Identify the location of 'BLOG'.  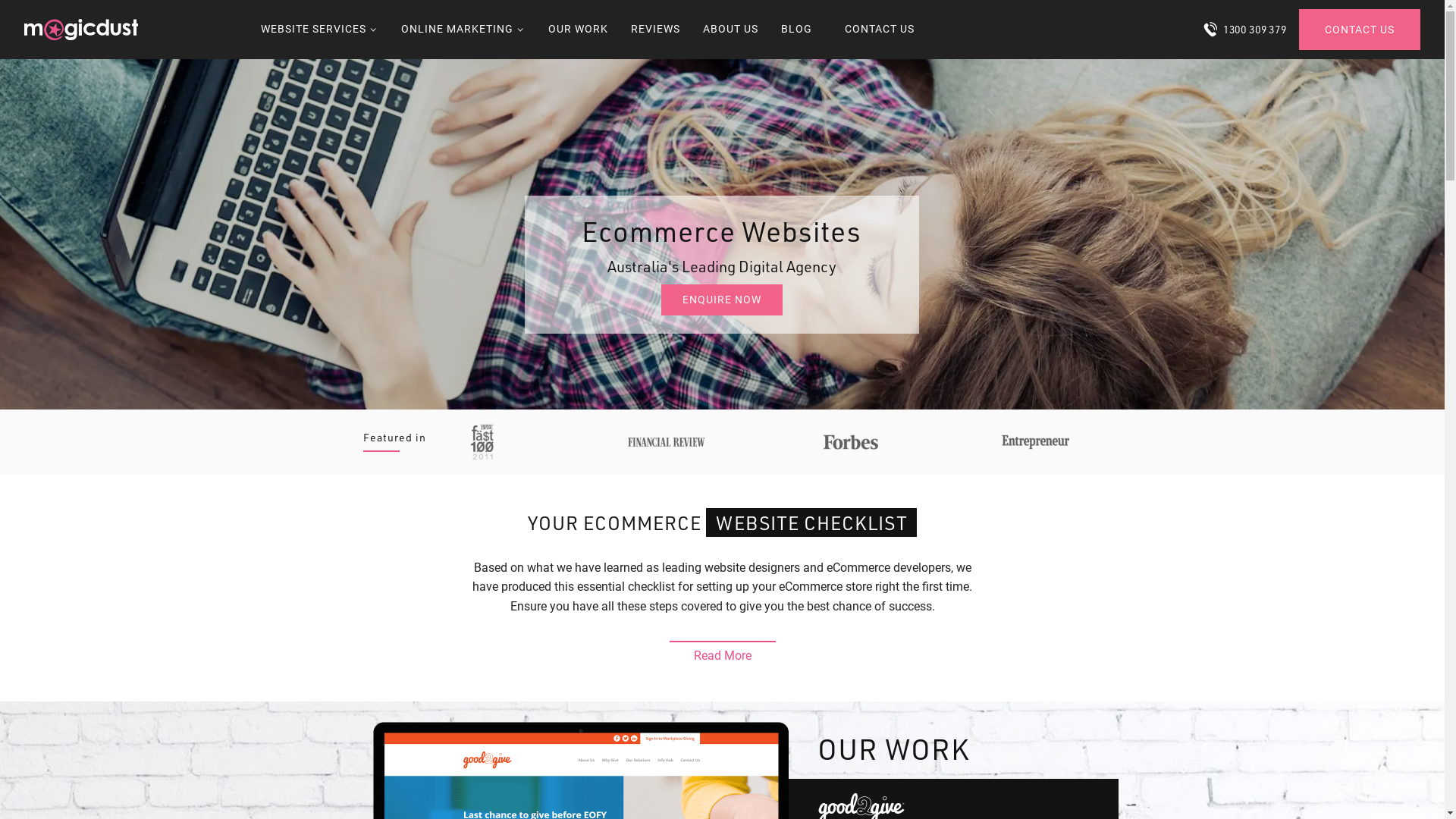
(781, 29).